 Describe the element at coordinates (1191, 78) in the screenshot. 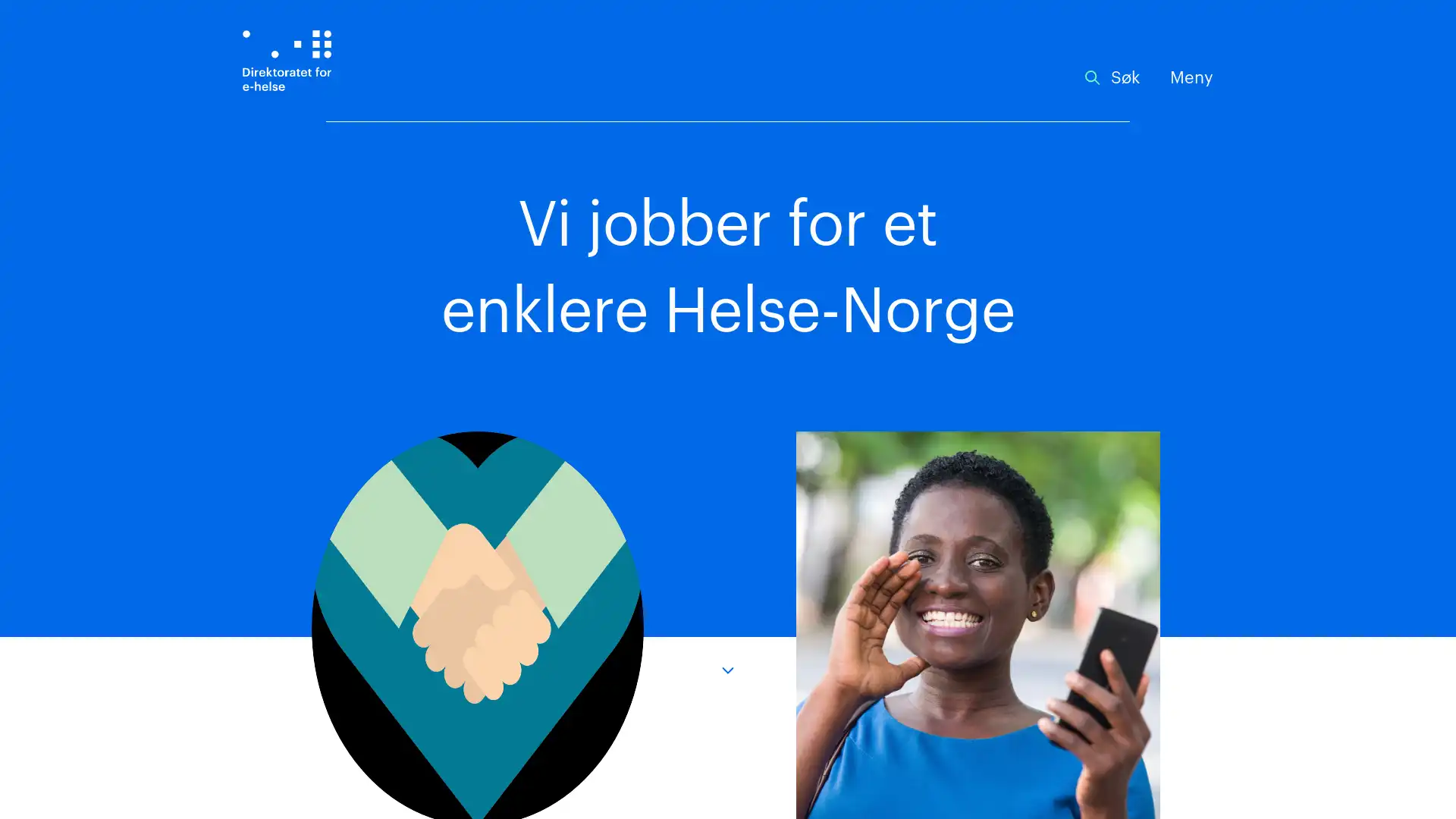

I see `Meny` at that location.